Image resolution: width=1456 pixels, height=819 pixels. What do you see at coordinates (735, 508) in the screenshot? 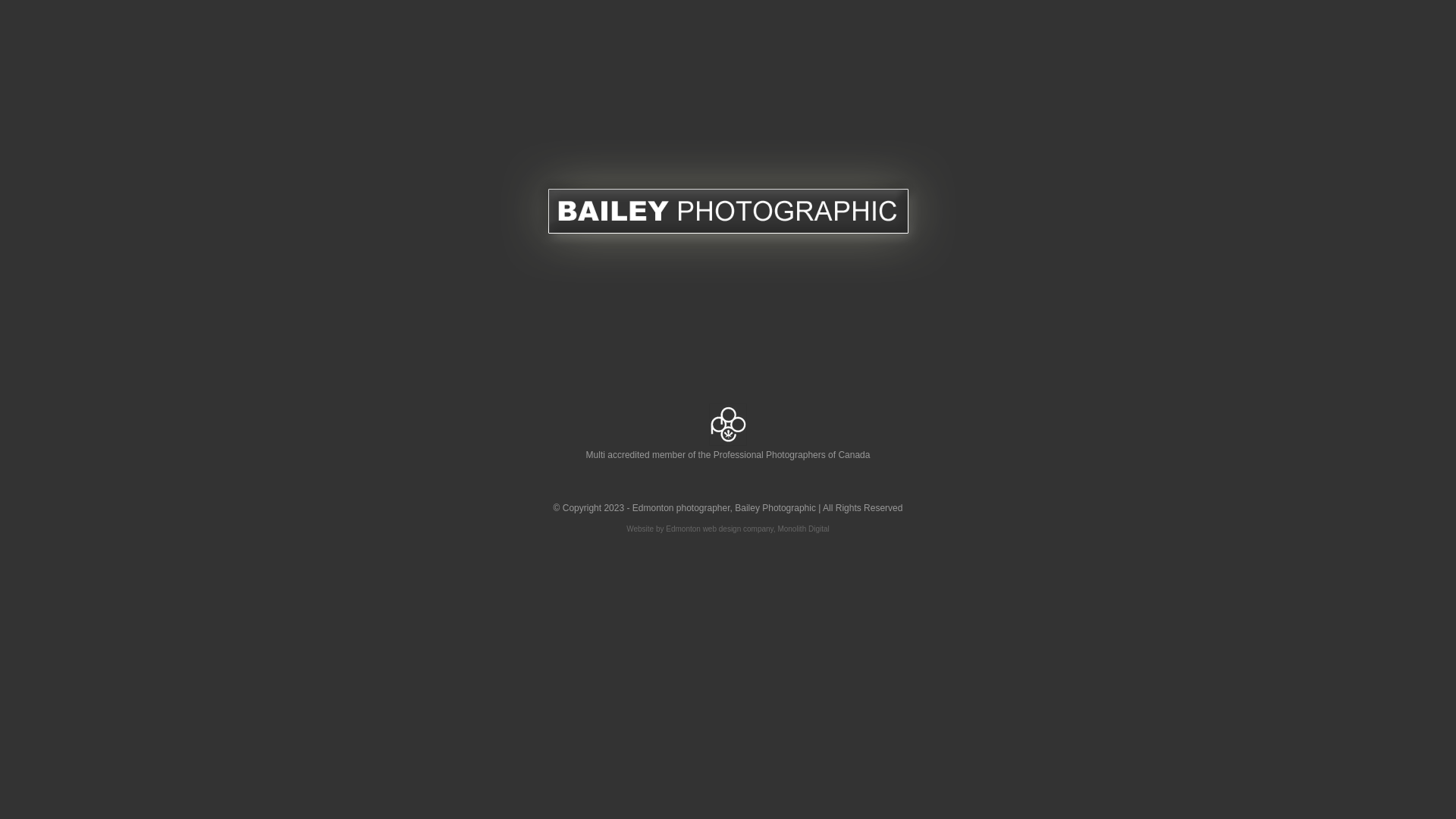
I see `'Bailey Photographic'` at bounding box center [735, 508].